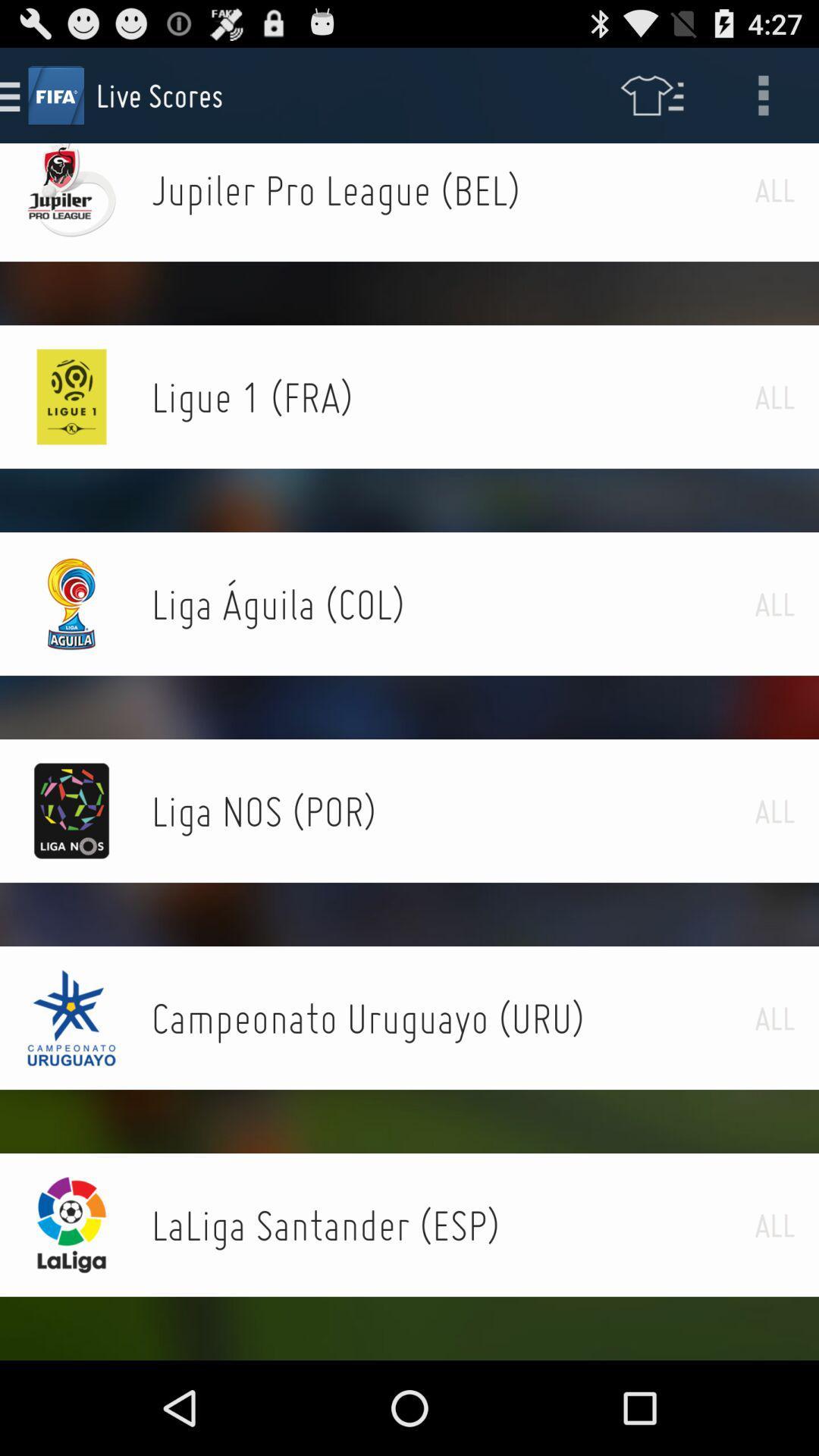  What do you see at coordinates (452, 810) in the screenshot?
I see `the liga nos (por) item` at bounding box center [452, 810].